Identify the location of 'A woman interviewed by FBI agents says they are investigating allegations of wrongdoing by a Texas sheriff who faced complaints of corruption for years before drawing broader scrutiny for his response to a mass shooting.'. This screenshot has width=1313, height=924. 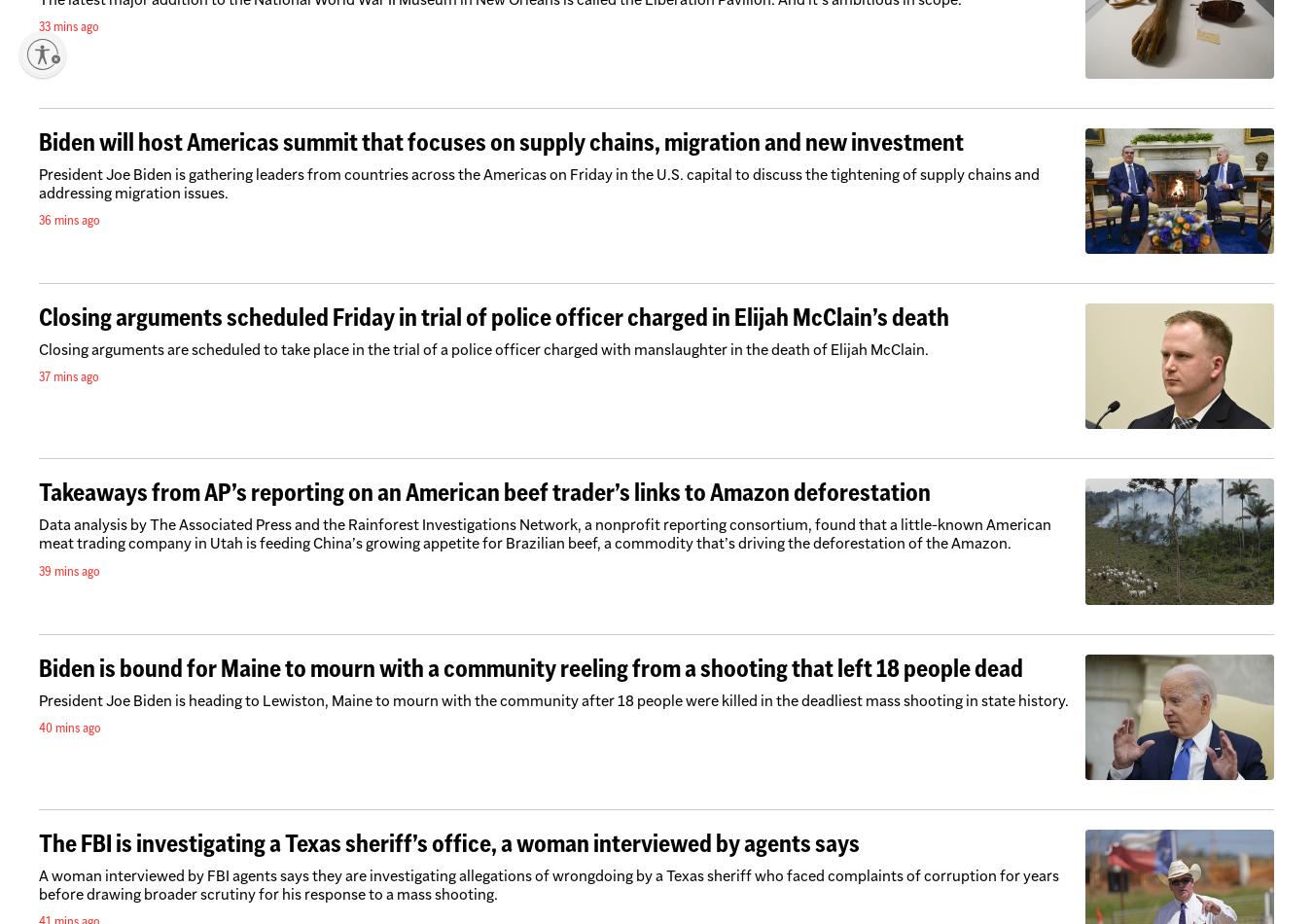
(37, 882).